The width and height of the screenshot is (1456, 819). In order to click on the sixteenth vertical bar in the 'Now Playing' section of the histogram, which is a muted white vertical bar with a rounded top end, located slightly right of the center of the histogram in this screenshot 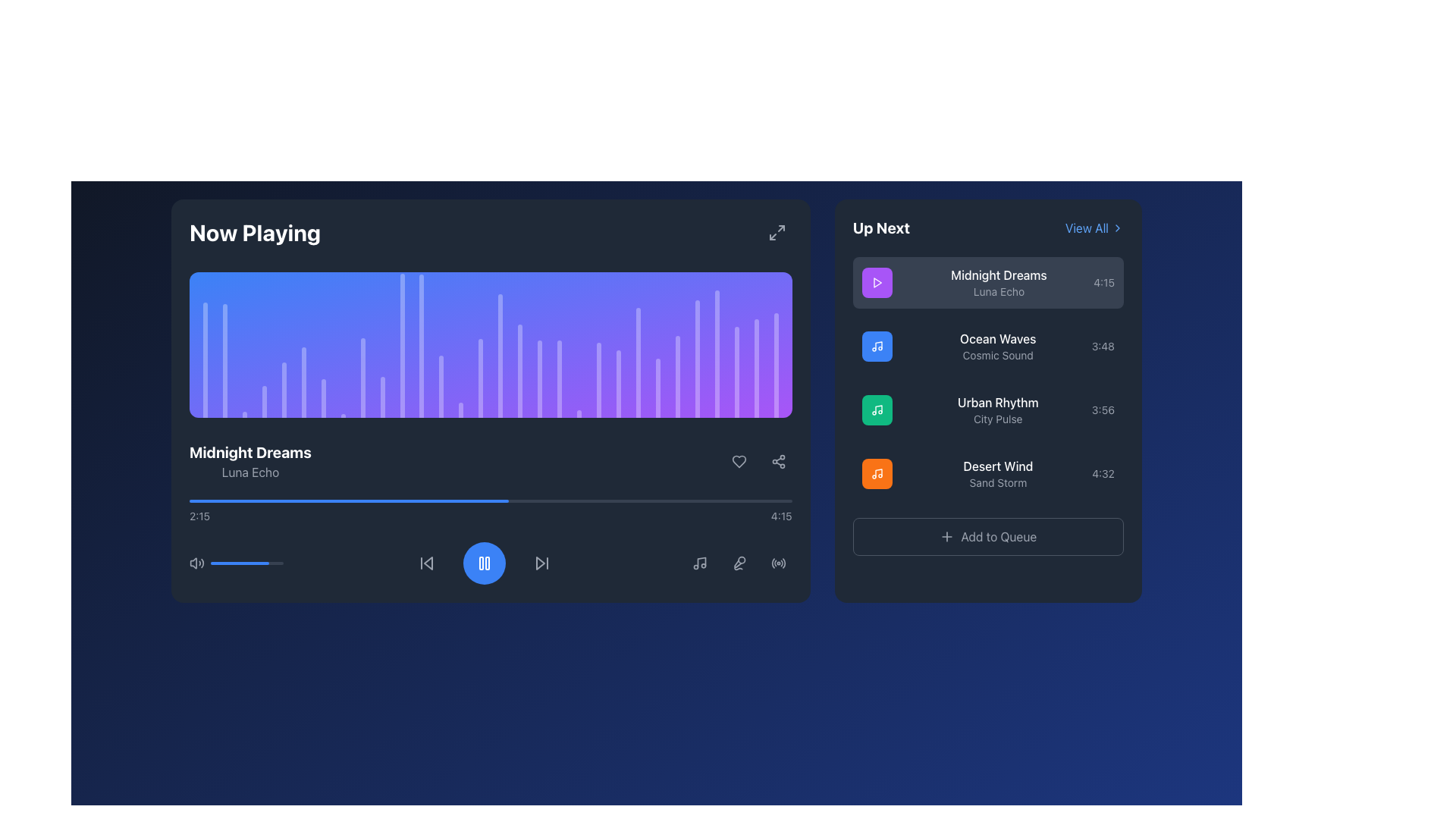, I will do `click(480, 377)`.